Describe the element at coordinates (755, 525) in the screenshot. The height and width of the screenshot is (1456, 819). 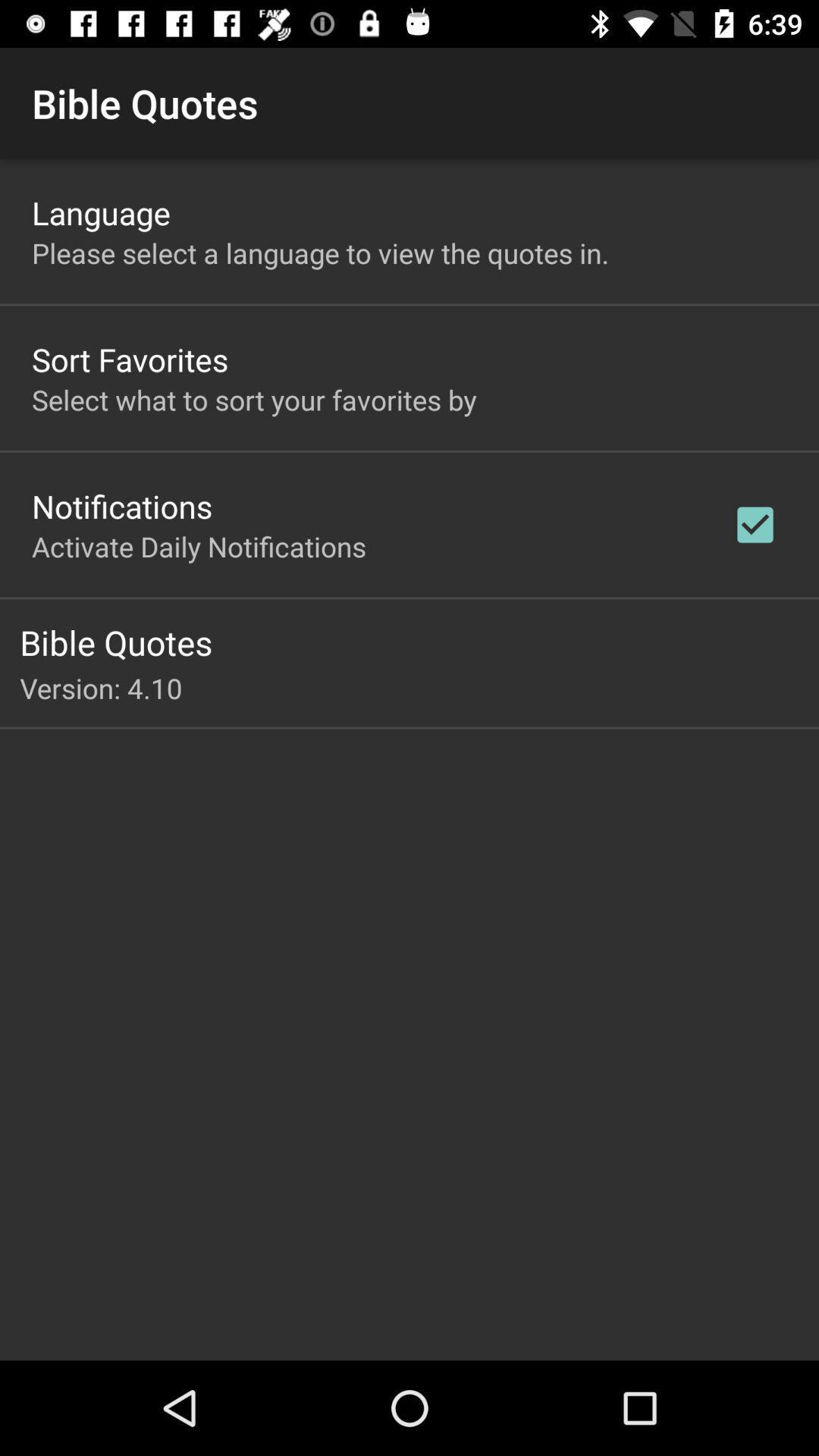
I see `the item above bible quotes icon` at that location.